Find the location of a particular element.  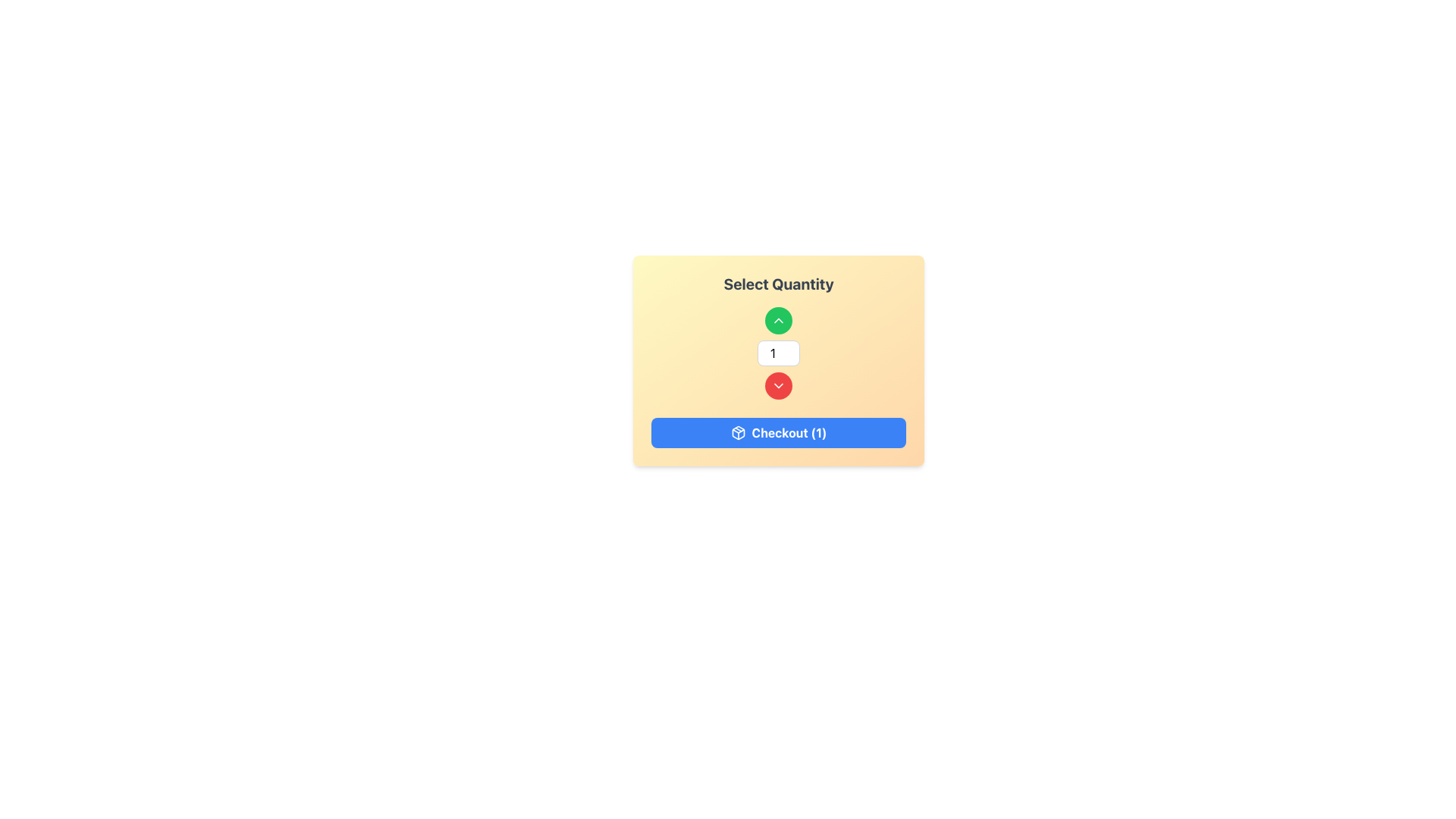

the small outlined package box icon located to the left of the 'Checkout (1)' text on the blue button is located at coordinates (738, 432).